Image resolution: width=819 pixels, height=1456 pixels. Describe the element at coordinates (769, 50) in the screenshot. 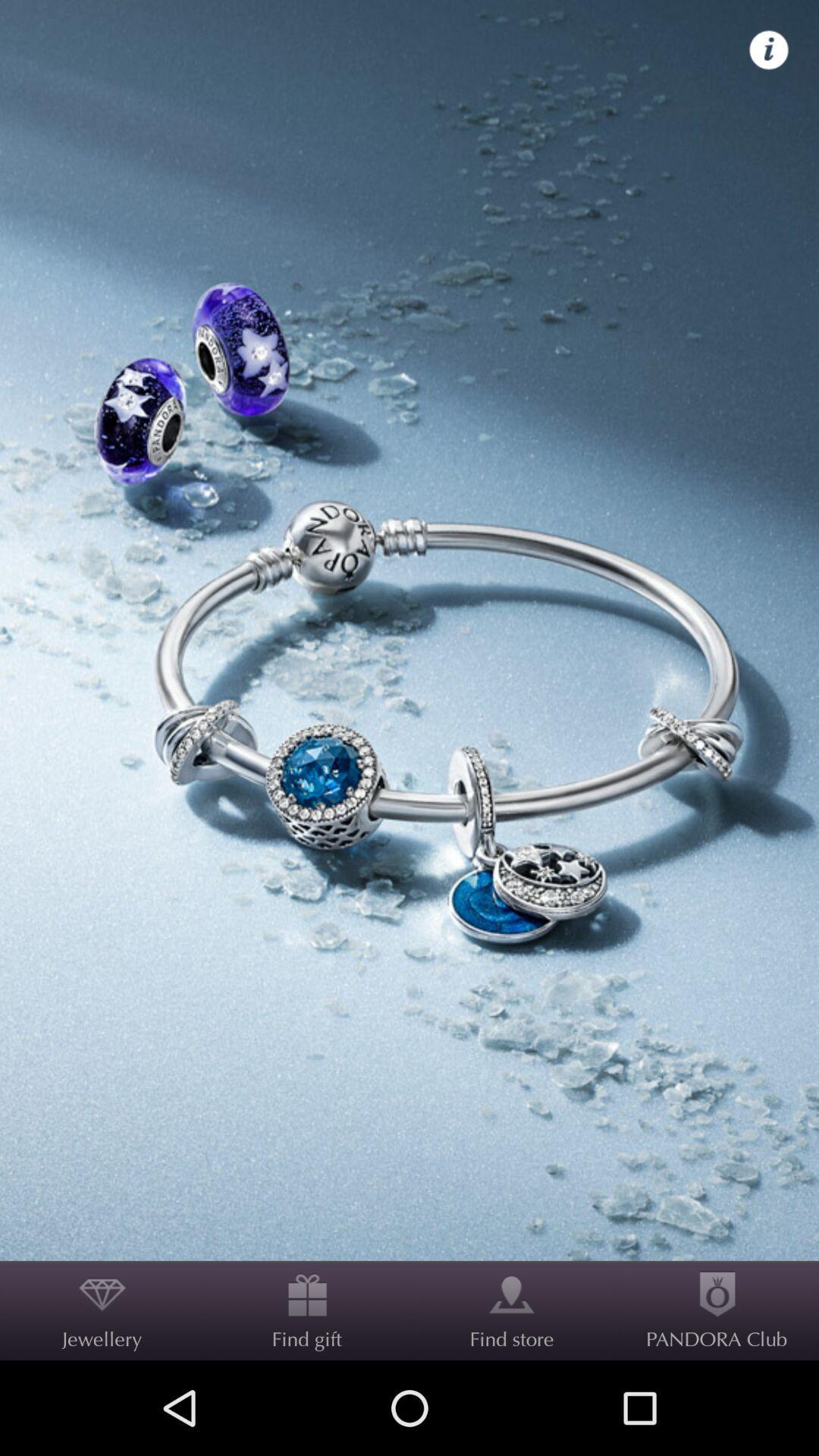

I see `more info` at that location.